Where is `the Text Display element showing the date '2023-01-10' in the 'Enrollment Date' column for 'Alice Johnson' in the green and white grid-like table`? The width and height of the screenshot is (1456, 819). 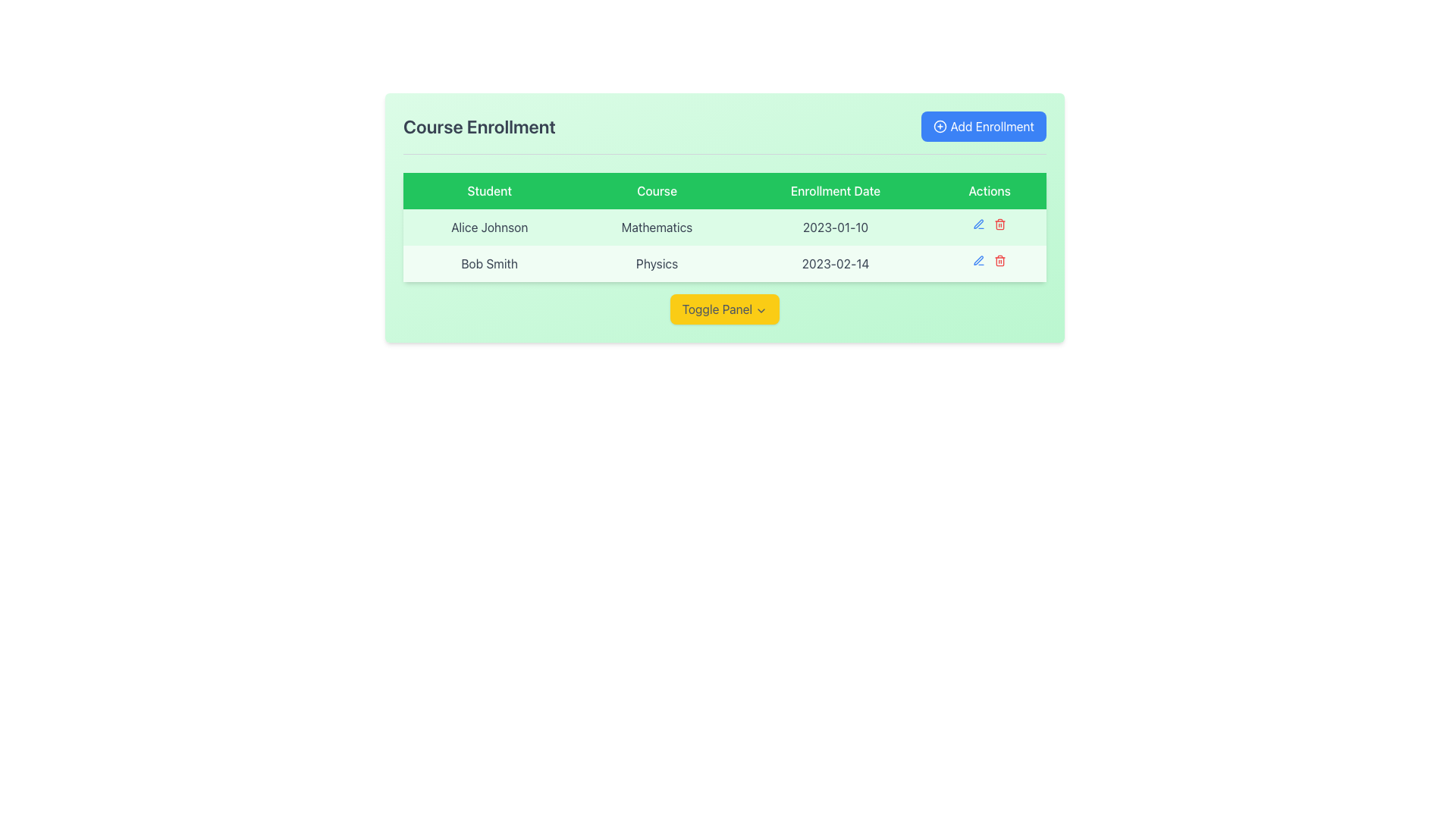 the Text Display element showing the date '2023-01-10' in the 'Enrollment Date' column for 'Alice Johnson' in the green and white grid-like table is located at coordinates (835, 227).